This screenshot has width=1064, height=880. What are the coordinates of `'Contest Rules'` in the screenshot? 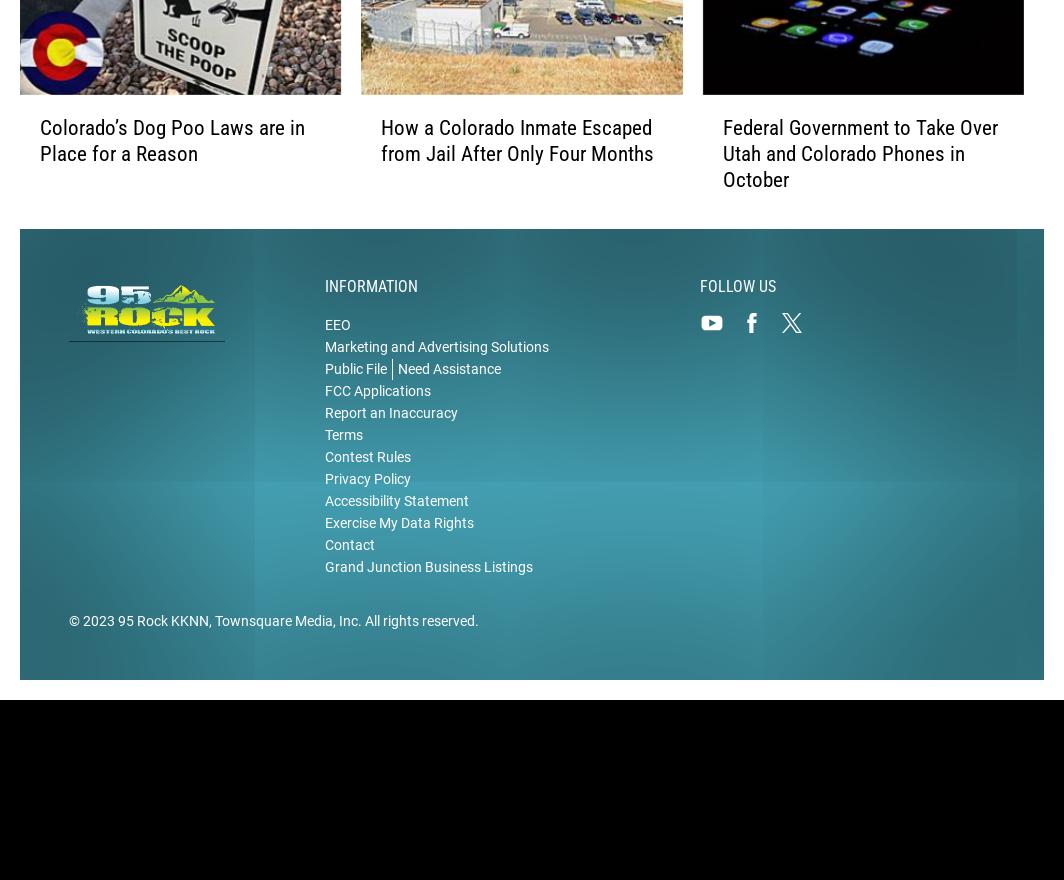 It's located at (368, 457).